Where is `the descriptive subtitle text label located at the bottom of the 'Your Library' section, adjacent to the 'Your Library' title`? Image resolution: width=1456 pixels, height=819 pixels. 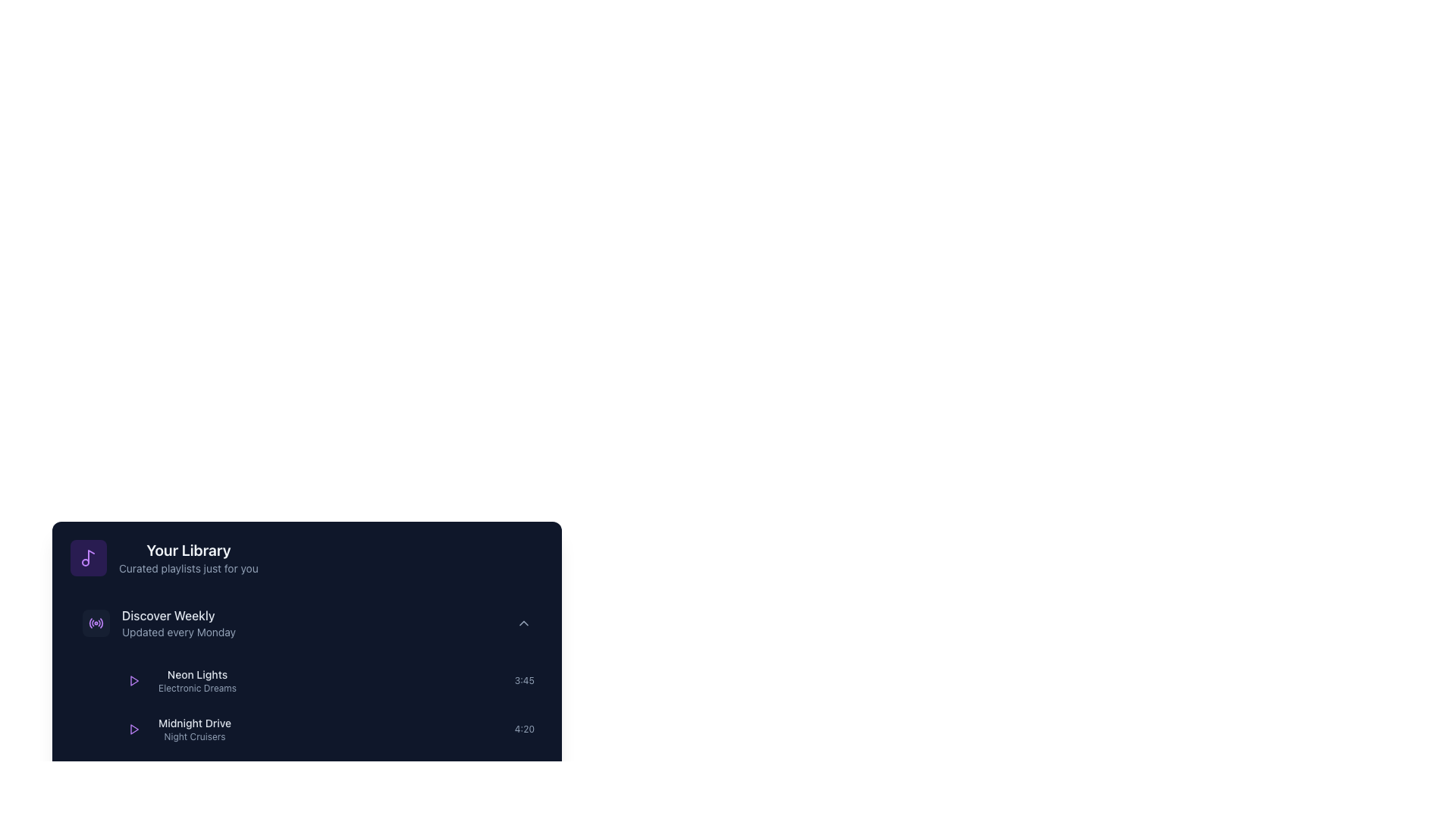 the descriptive subtitle text label located at the bottom of the 'Your Library' section, adjacent to the 'Your Library' title is located at coordinates (187, 568).